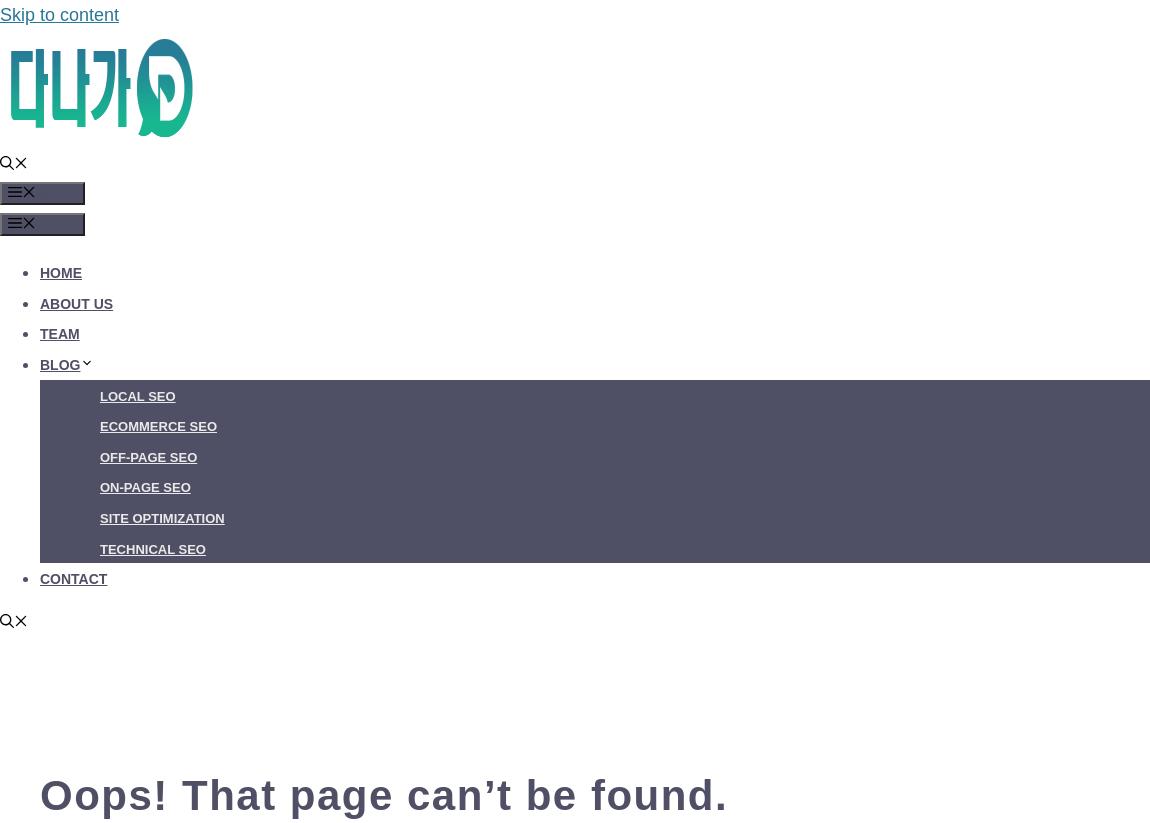  Describe the element at coordinates (75, 302) in the screenshot. I see `'About Us'` at that location.